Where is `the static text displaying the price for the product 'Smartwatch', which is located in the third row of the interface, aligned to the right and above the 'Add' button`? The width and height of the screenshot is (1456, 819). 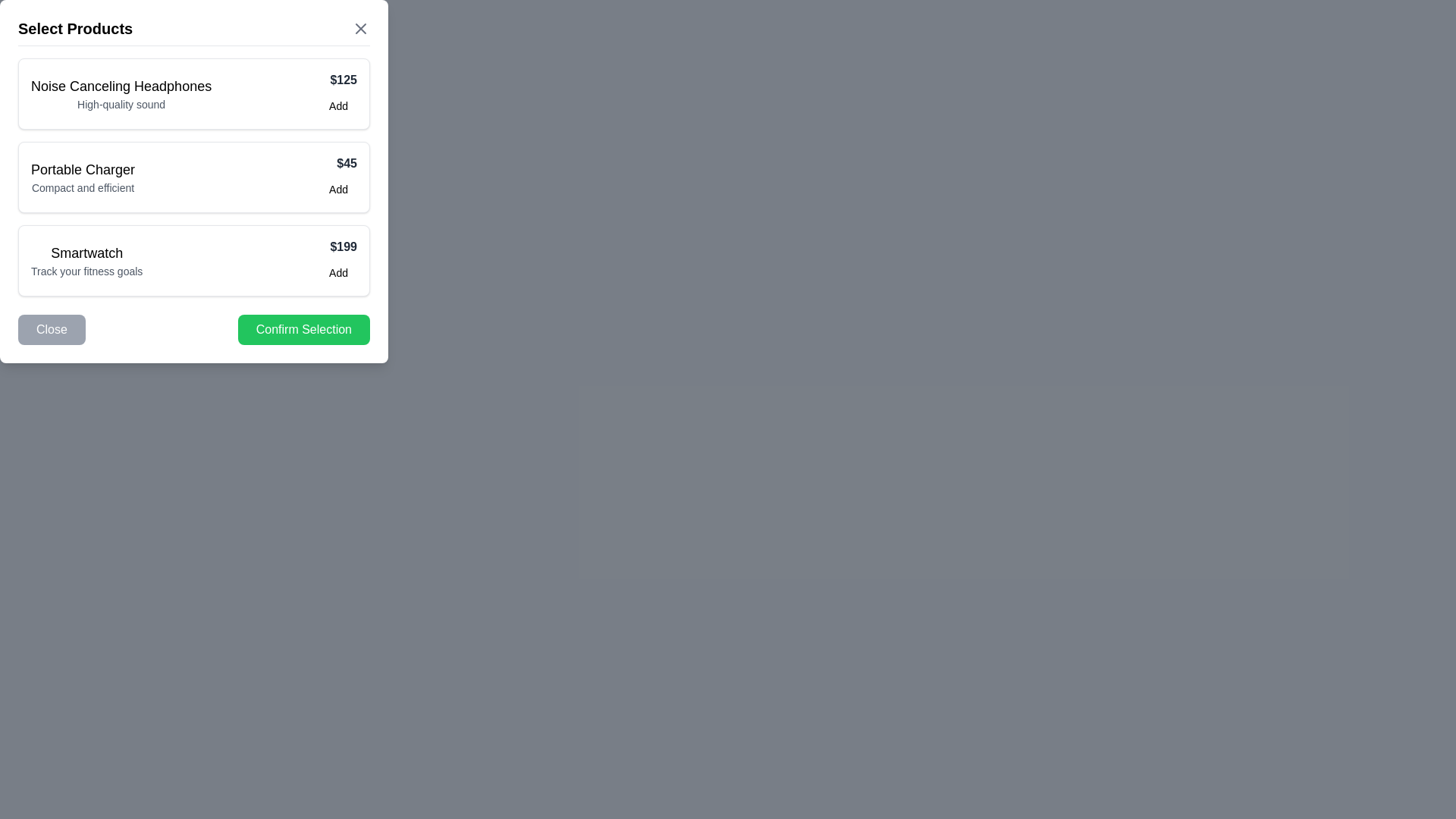 the static text displaying the price for the product 'Smartwatch', which is located in the third row of the interface, aligned to the right and above the 'Add' button is located at coordinates (337, 246).